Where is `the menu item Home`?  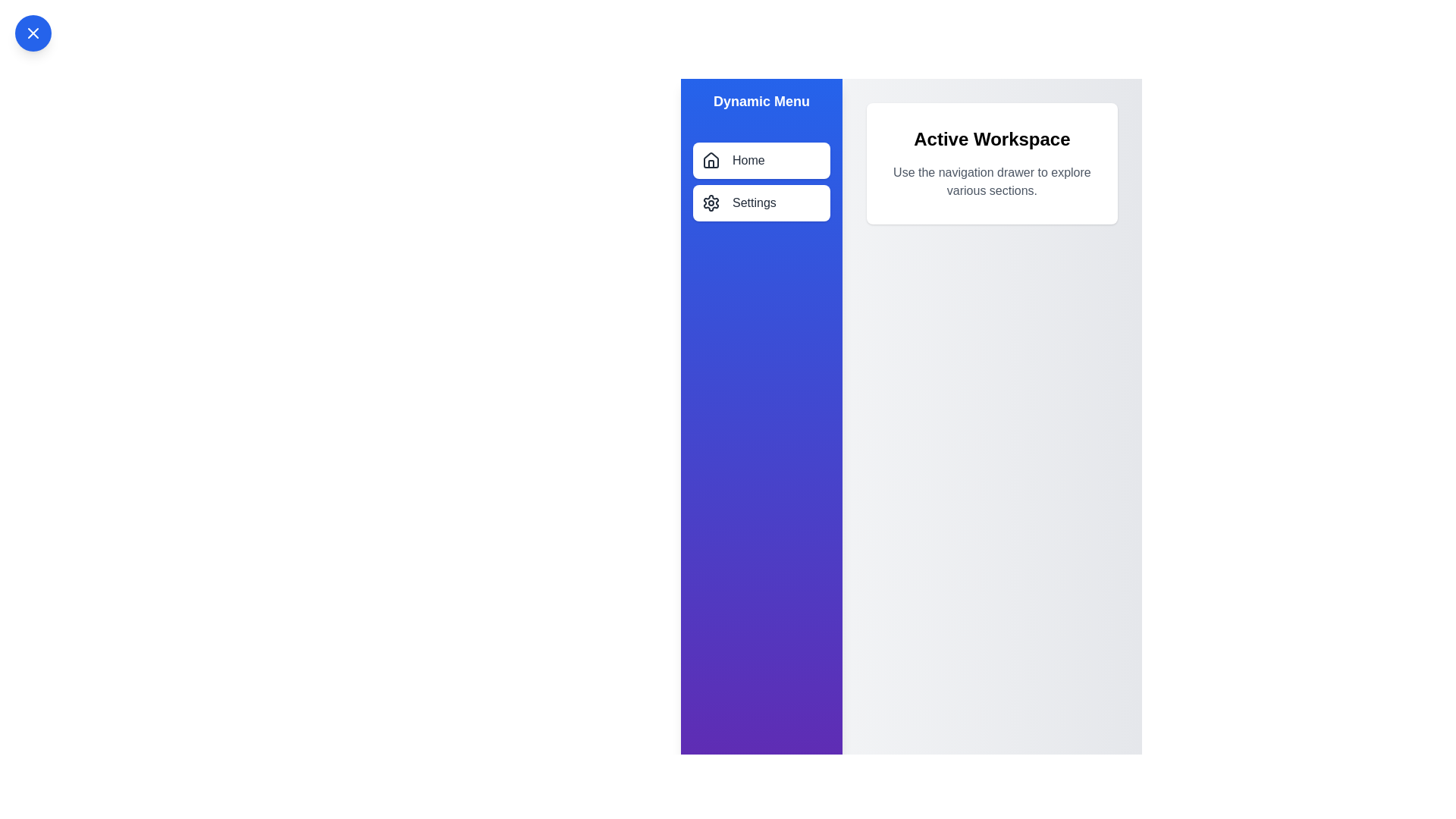
the menu item Home is located at coordinates (761, 161).